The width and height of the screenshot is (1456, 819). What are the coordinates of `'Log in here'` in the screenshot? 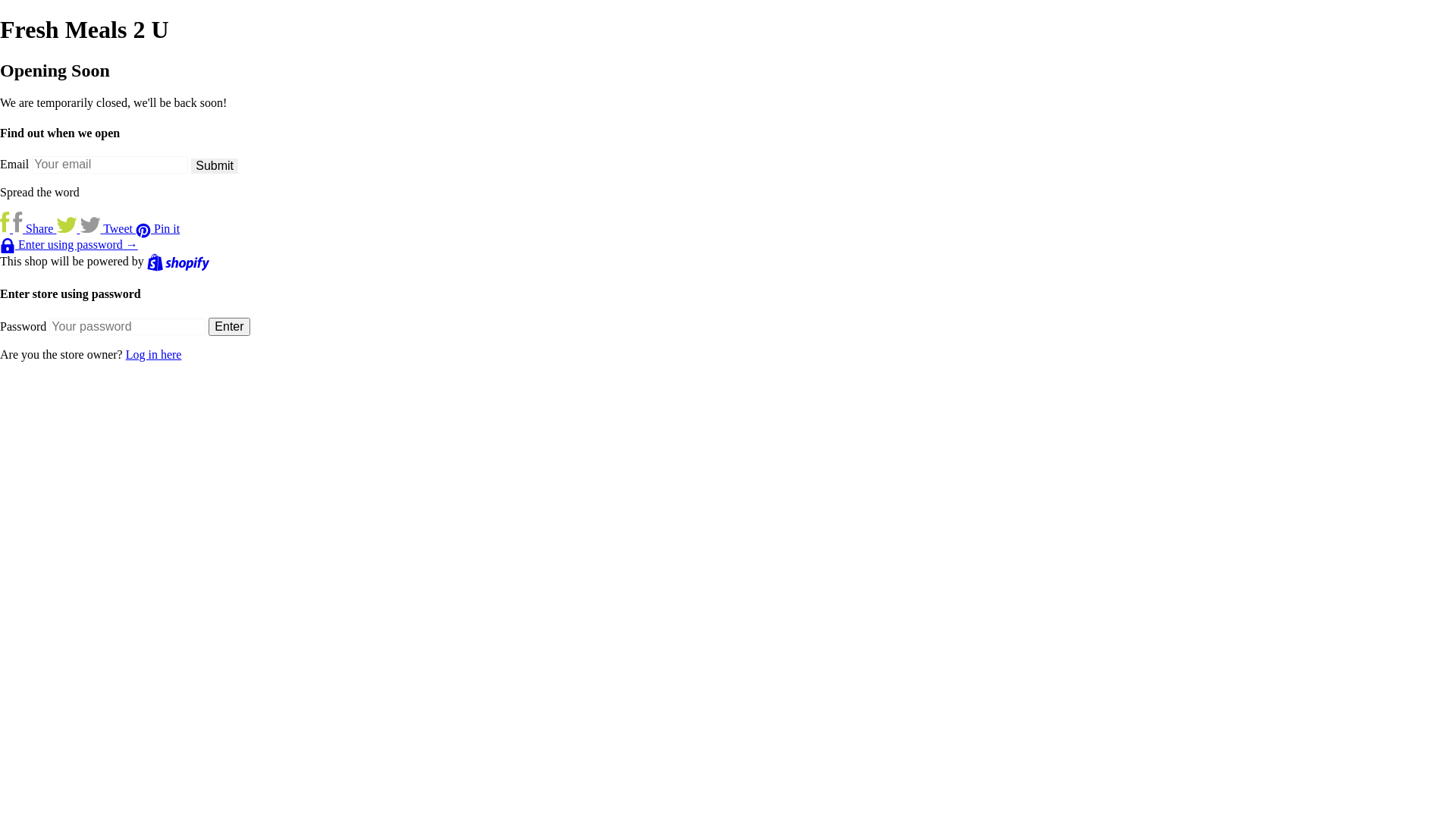 It's located at (153, 354).